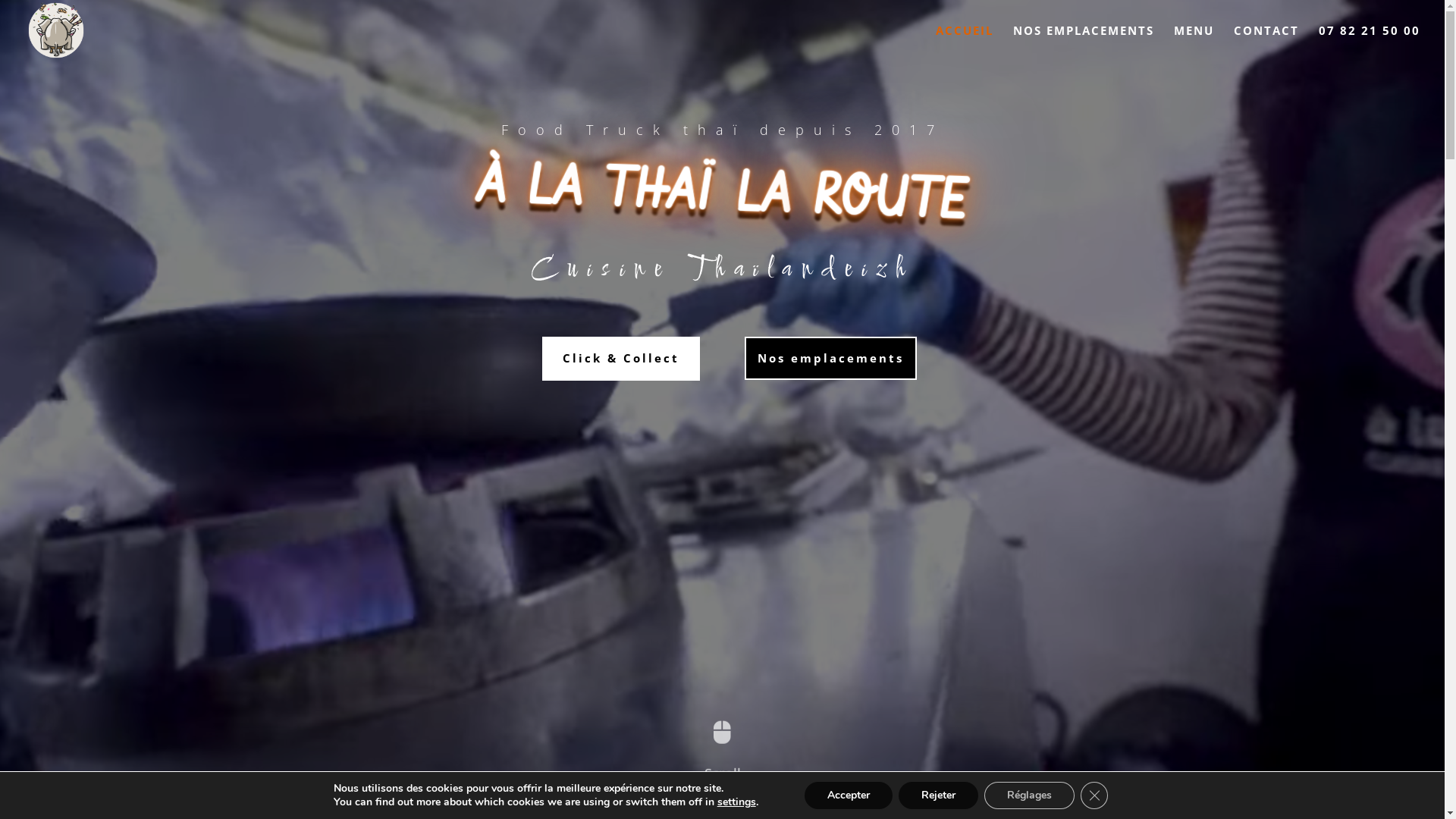 This screenshot has height=819, width=1456. Describe the element at coordinates (1369, 42) in the screenshot. I see `'07 82 21 50 00'` at that location.